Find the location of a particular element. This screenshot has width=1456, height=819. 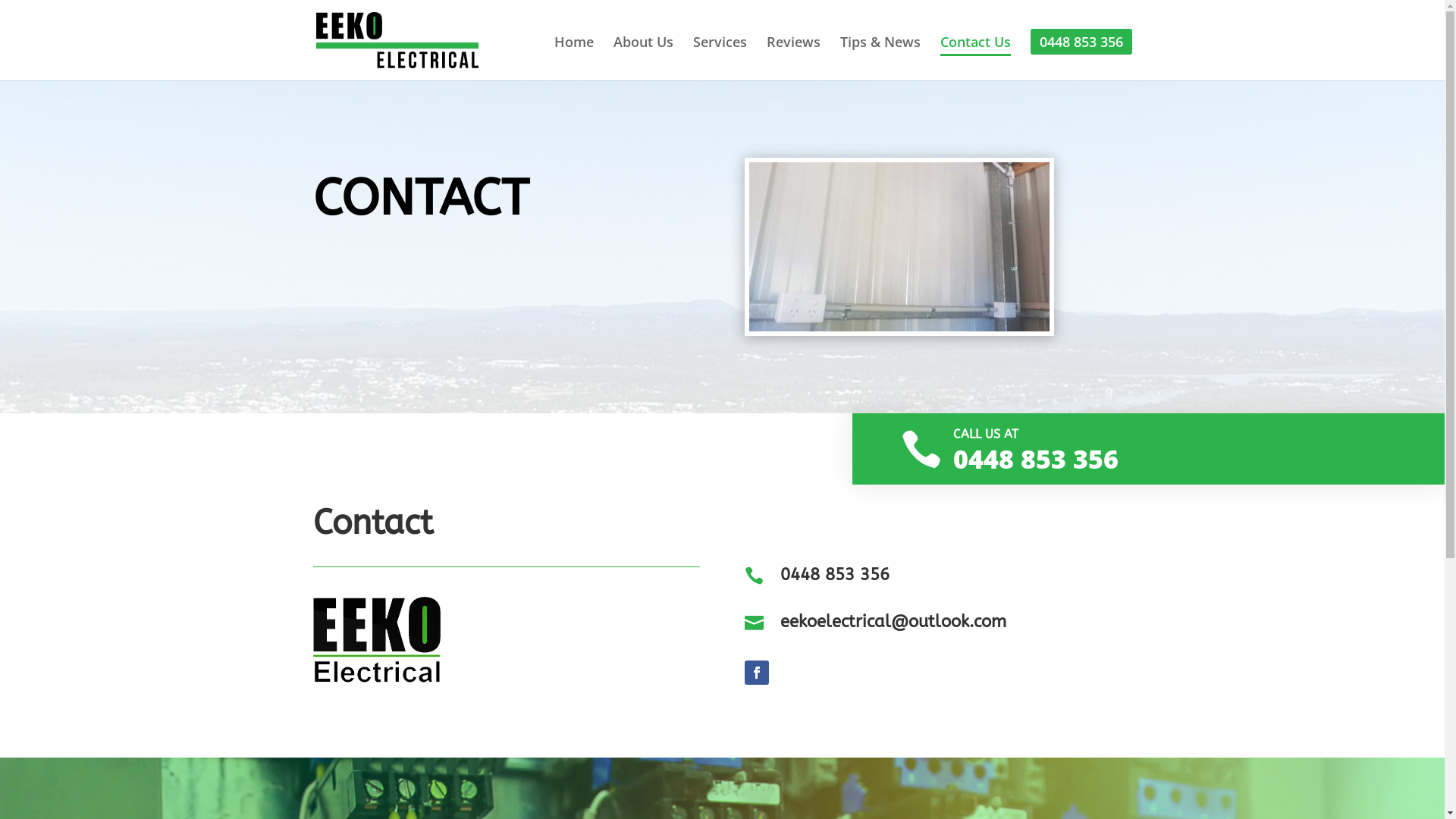

'eekoelectrical@outlook.com' is located at coordinates (893, 622).